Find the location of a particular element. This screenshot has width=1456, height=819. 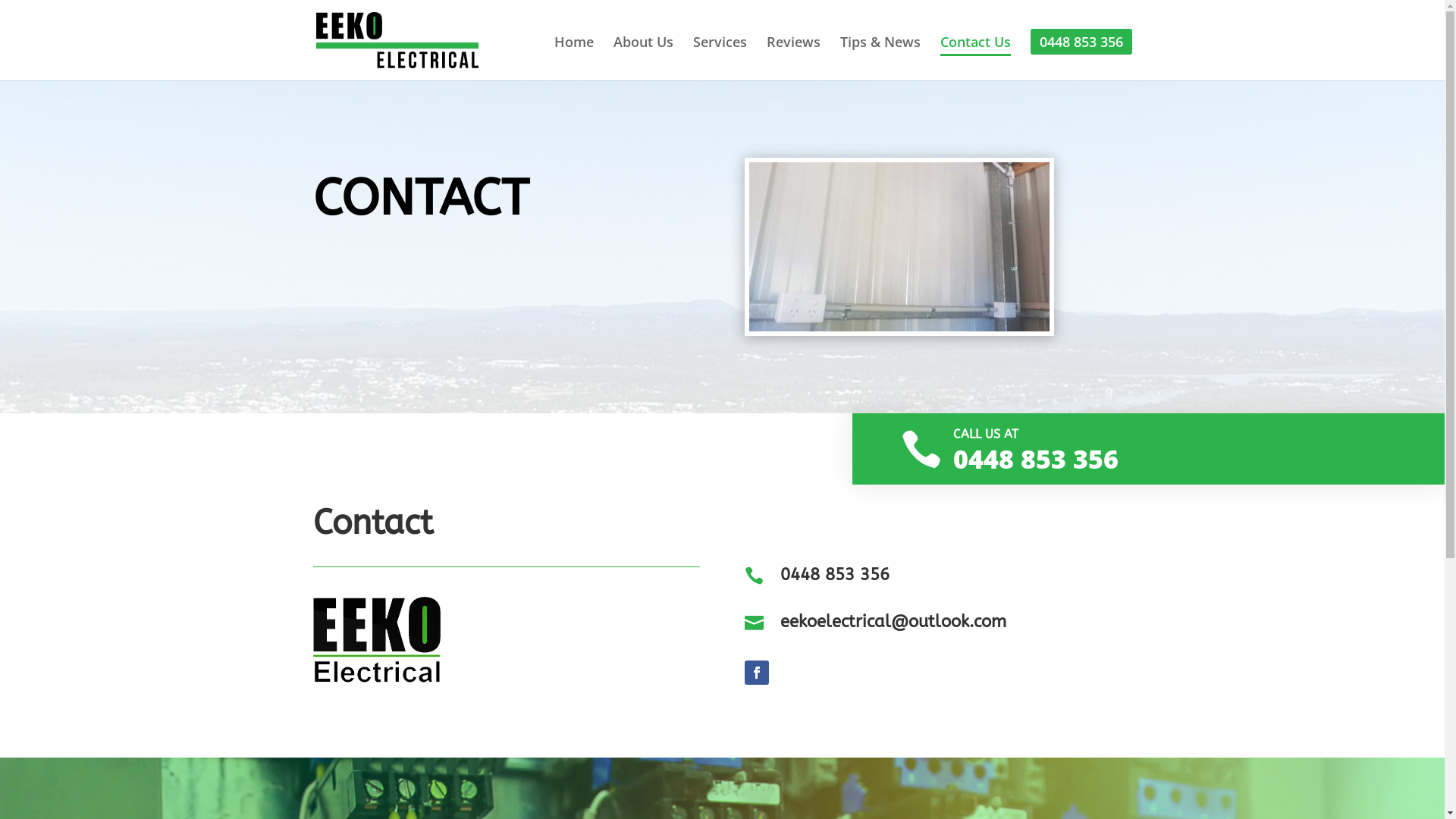

'eekoelectrical@outlook.com' is located at coordinates (893, 622).